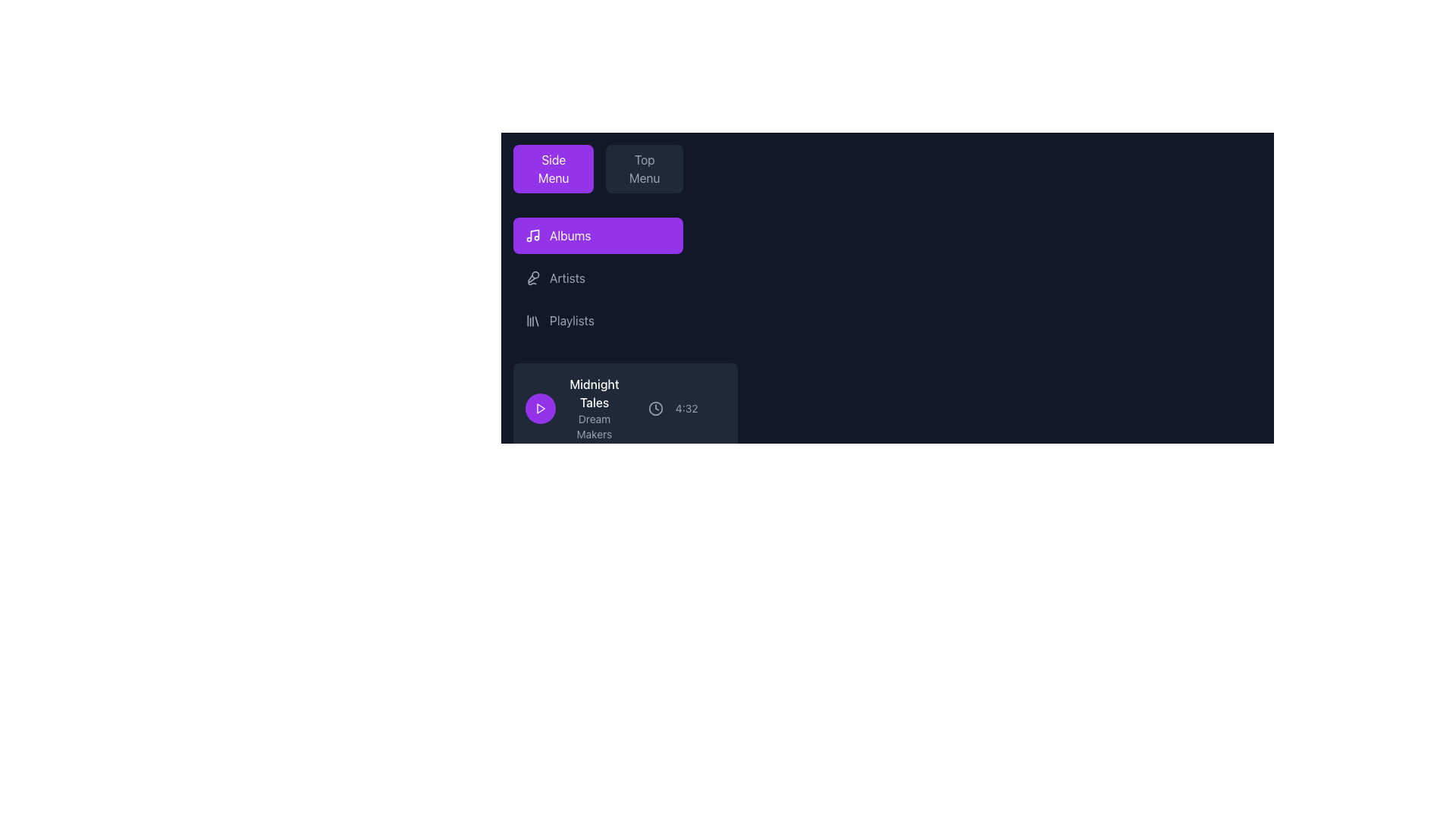 This screenshot has width=1456, height=819. Describe the element at coordinates (593, 427) in the screenshot. I see `information displayed in the static text label that shows 'Dream Makers', which is styled in a small gray font and positioned below 'Midnight Tales'` at that location.